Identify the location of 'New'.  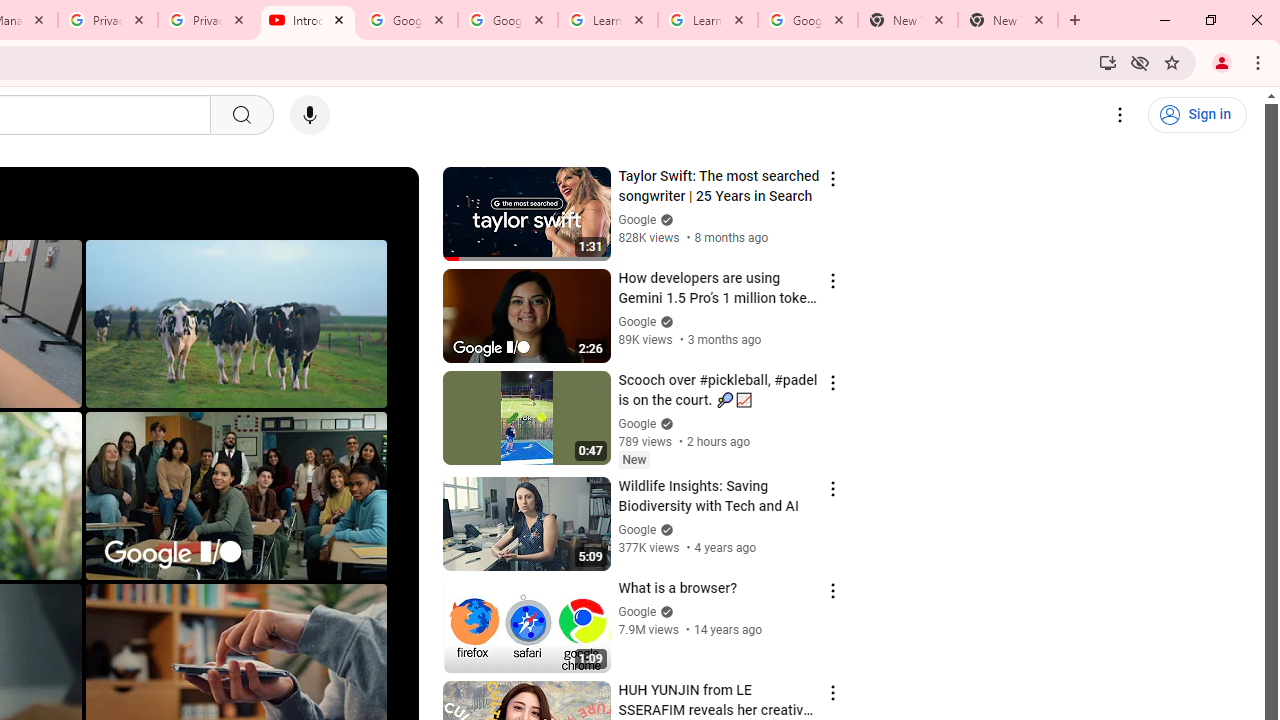
(633, 459).